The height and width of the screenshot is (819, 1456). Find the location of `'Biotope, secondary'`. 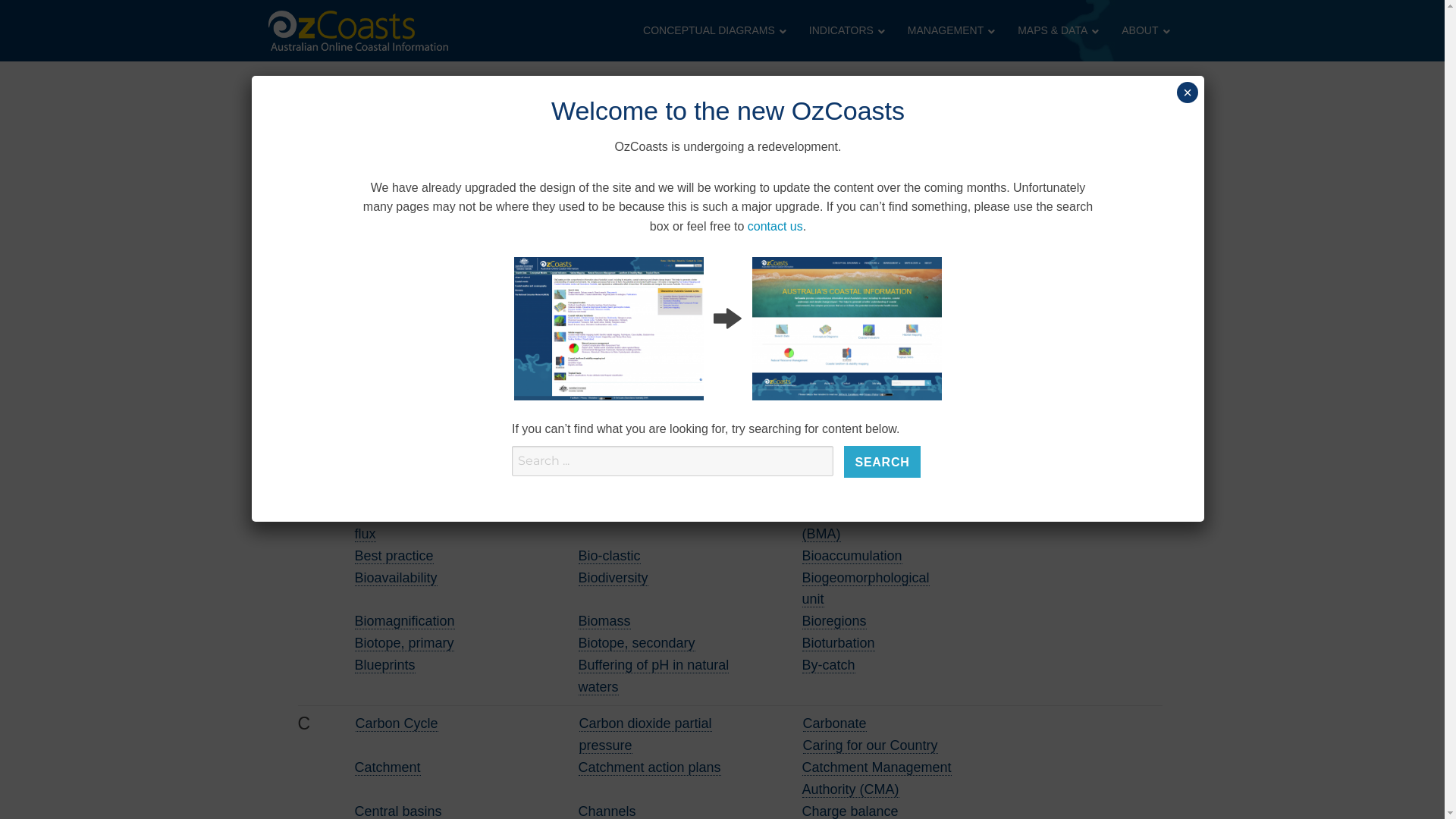

'Biotope, secondary' is located at coordinates (636, 643).